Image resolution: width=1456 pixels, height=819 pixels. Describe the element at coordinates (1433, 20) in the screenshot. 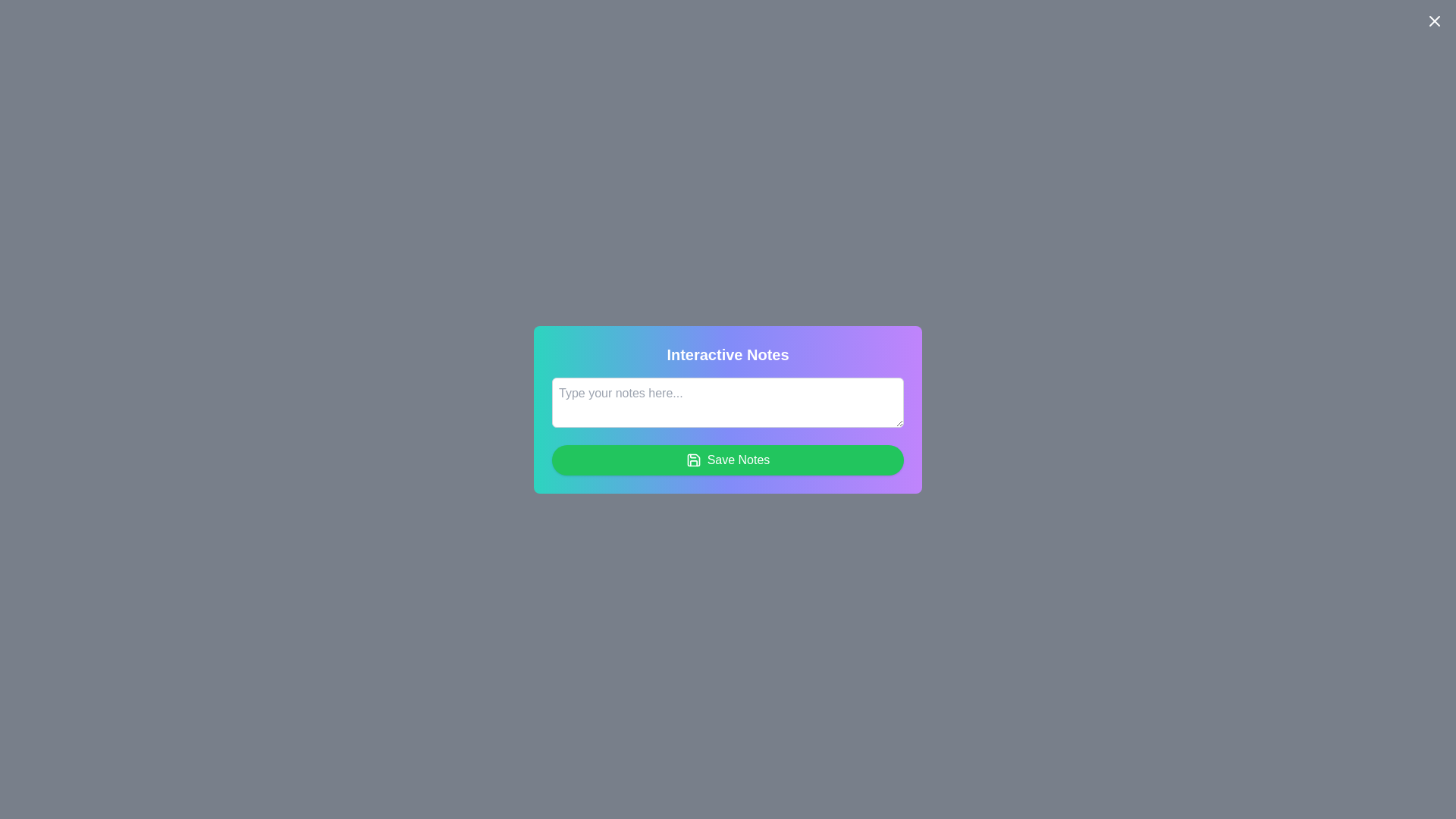

I see `the close button to close the dialog` at that location.